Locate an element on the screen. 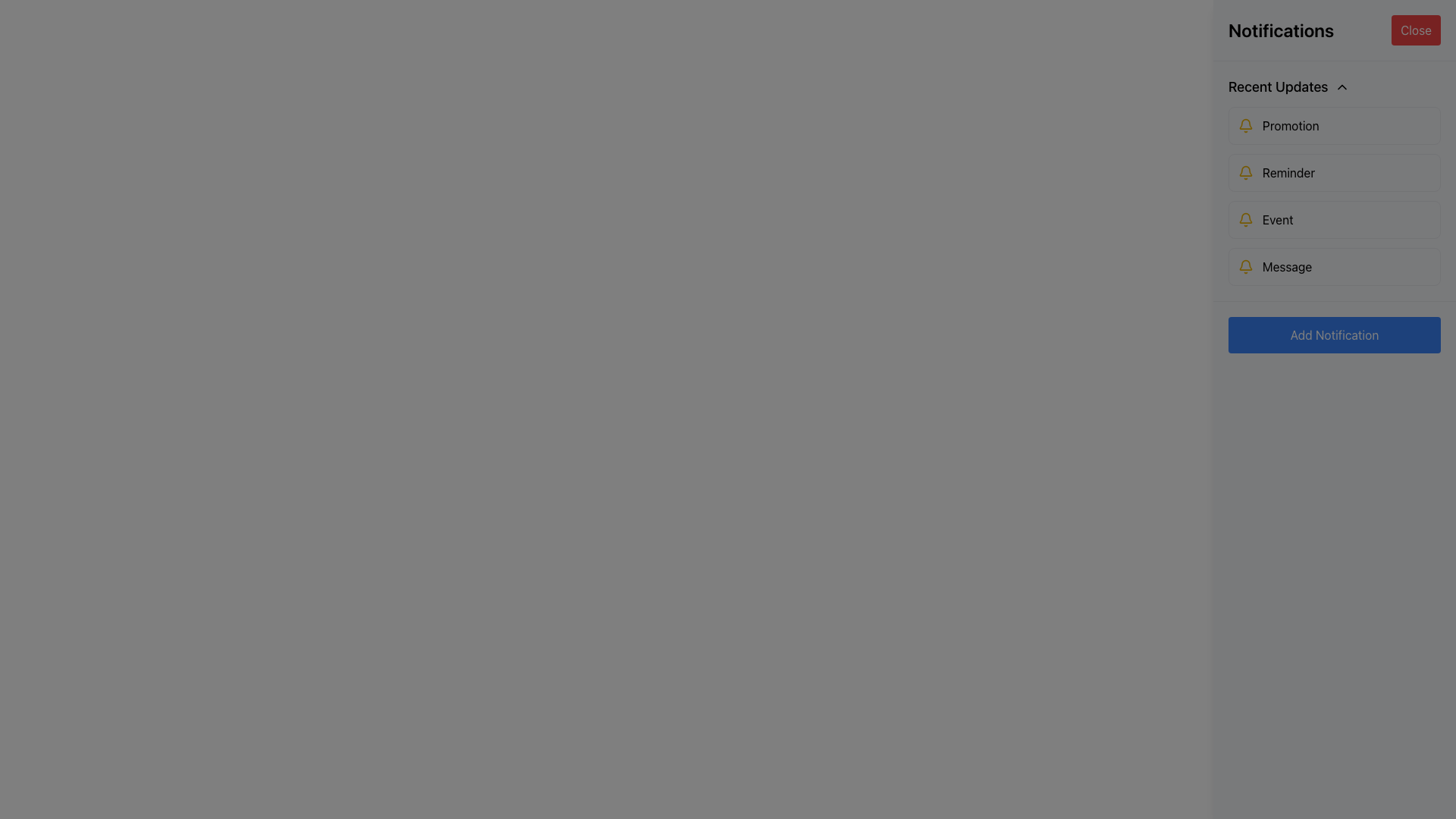  the bell icon located on the far left of the 'Event' section in the 'Recent Updates' list, which signifies a notification or alert is located at coordinates (1245, 219).